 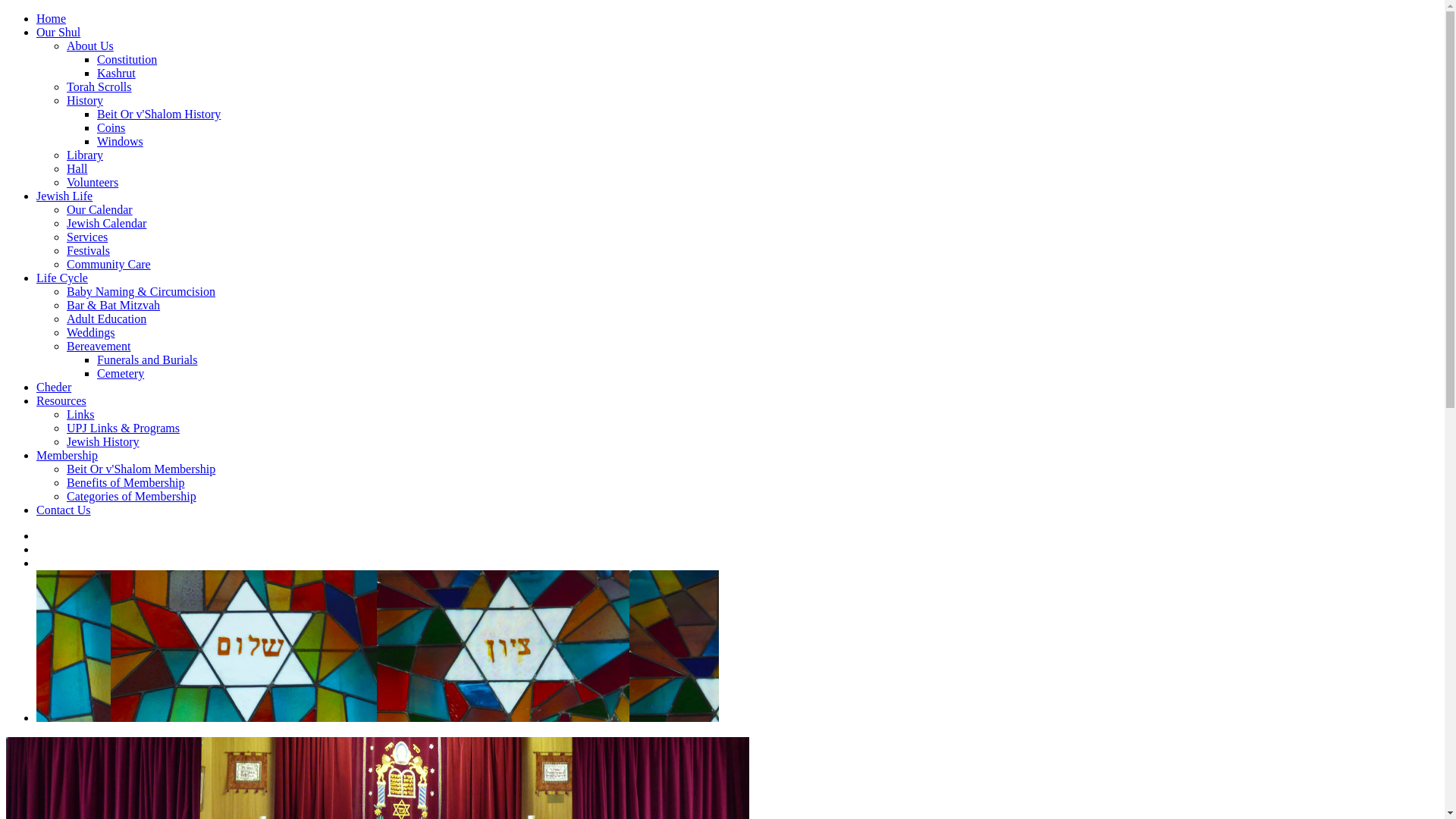 I want to click on 'Library', so click(x=83, y=155).